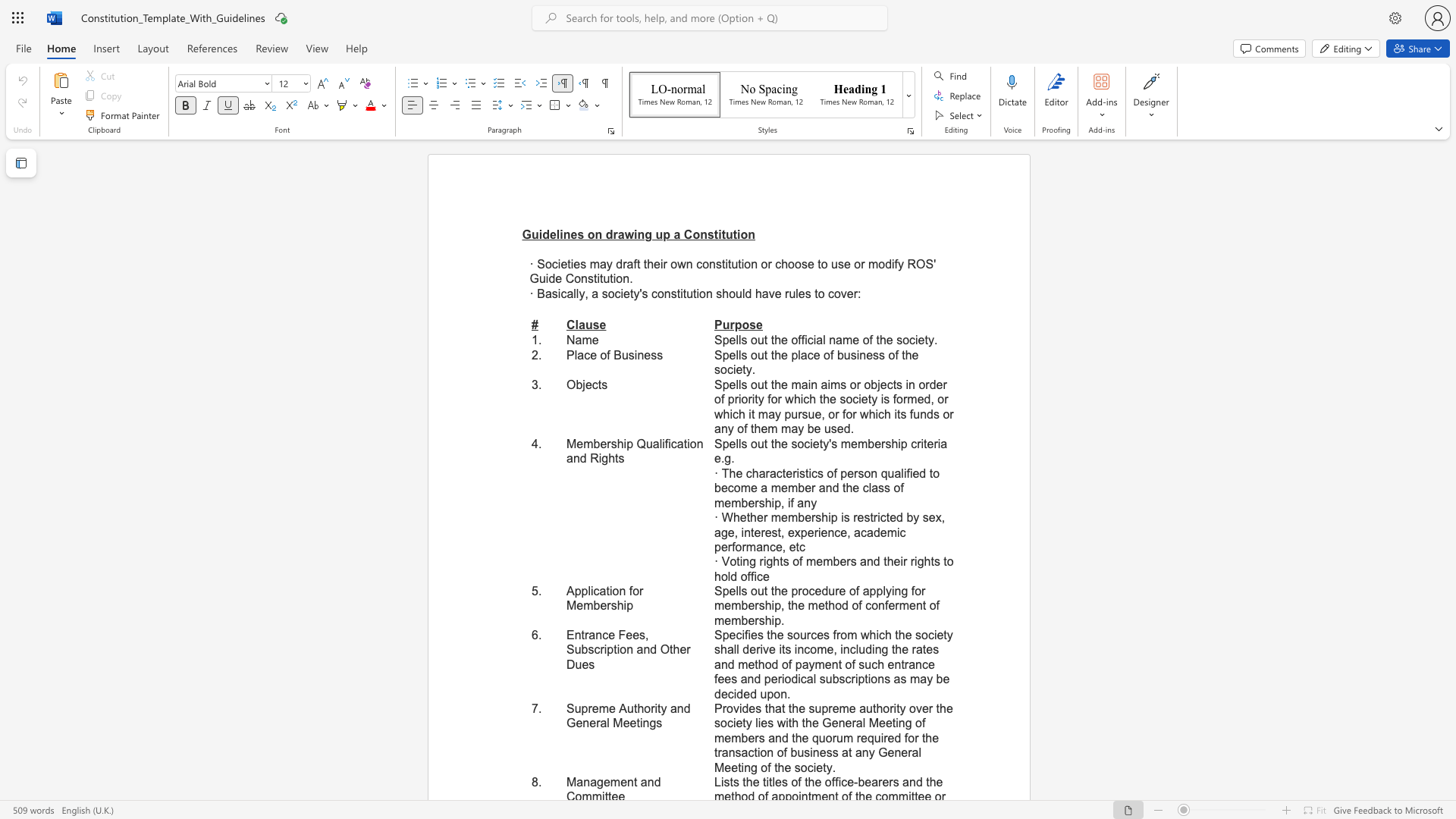  Describe the element at coordinates (576, 604) in the screenshot. I see `the subset text "ember" within the text "Application for Membership"` at that location.